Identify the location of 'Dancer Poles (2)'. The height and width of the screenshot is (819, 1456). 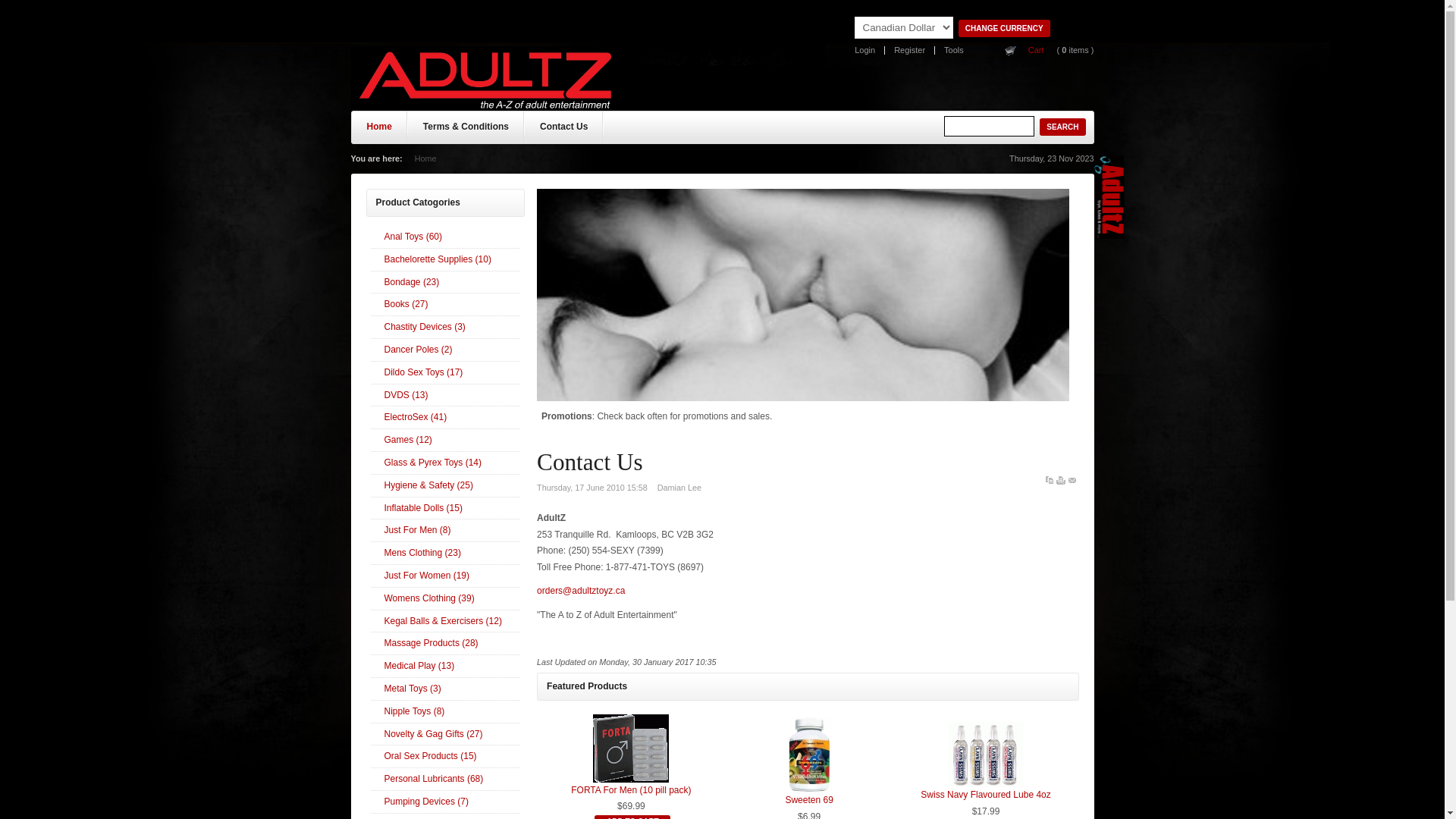
(444, 350).